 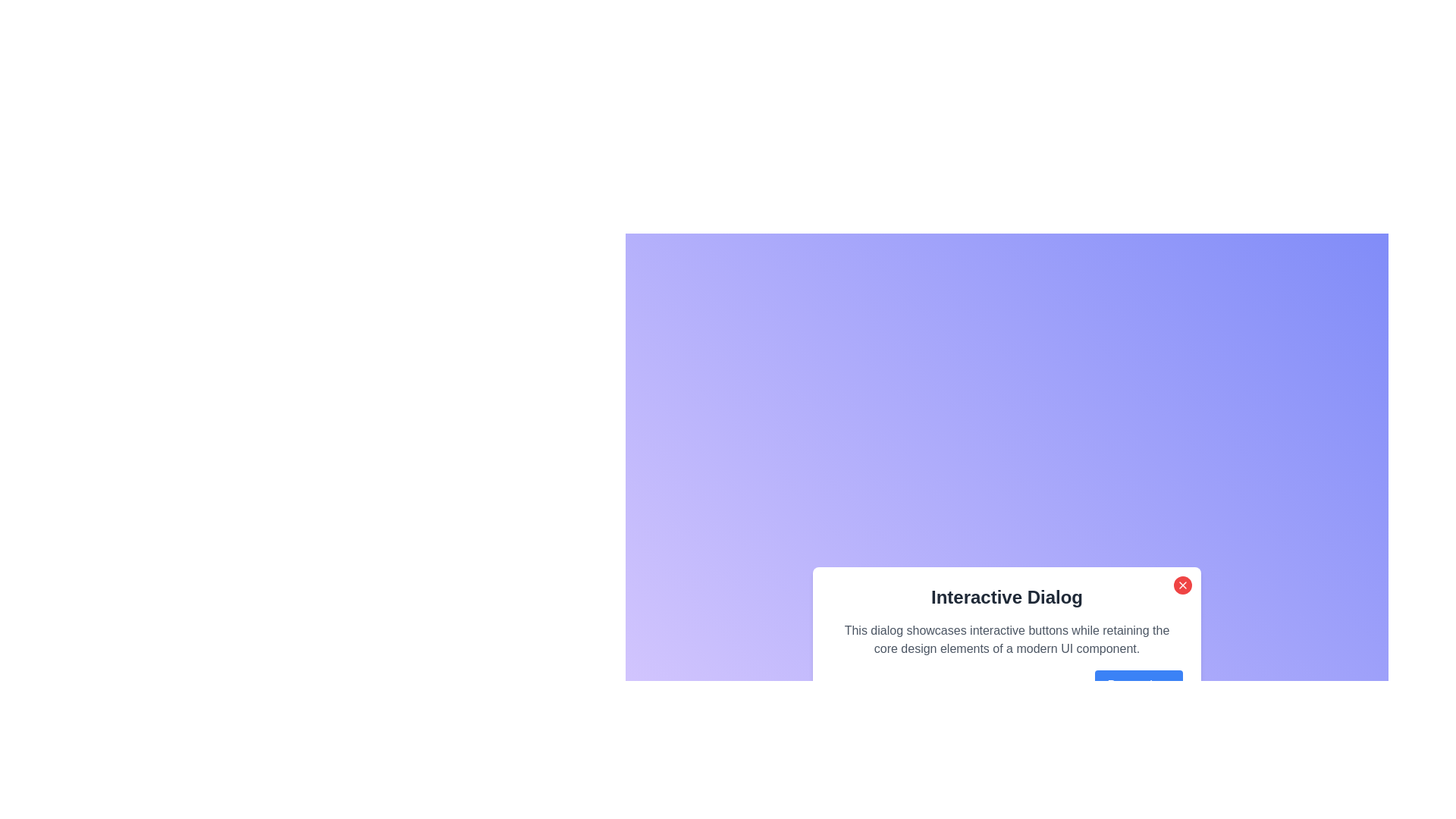 I want to click on the Text block that provides context and explanatory information about the dialog's features, located centrally within the interface dialog box, so click(x=1007, y=640).